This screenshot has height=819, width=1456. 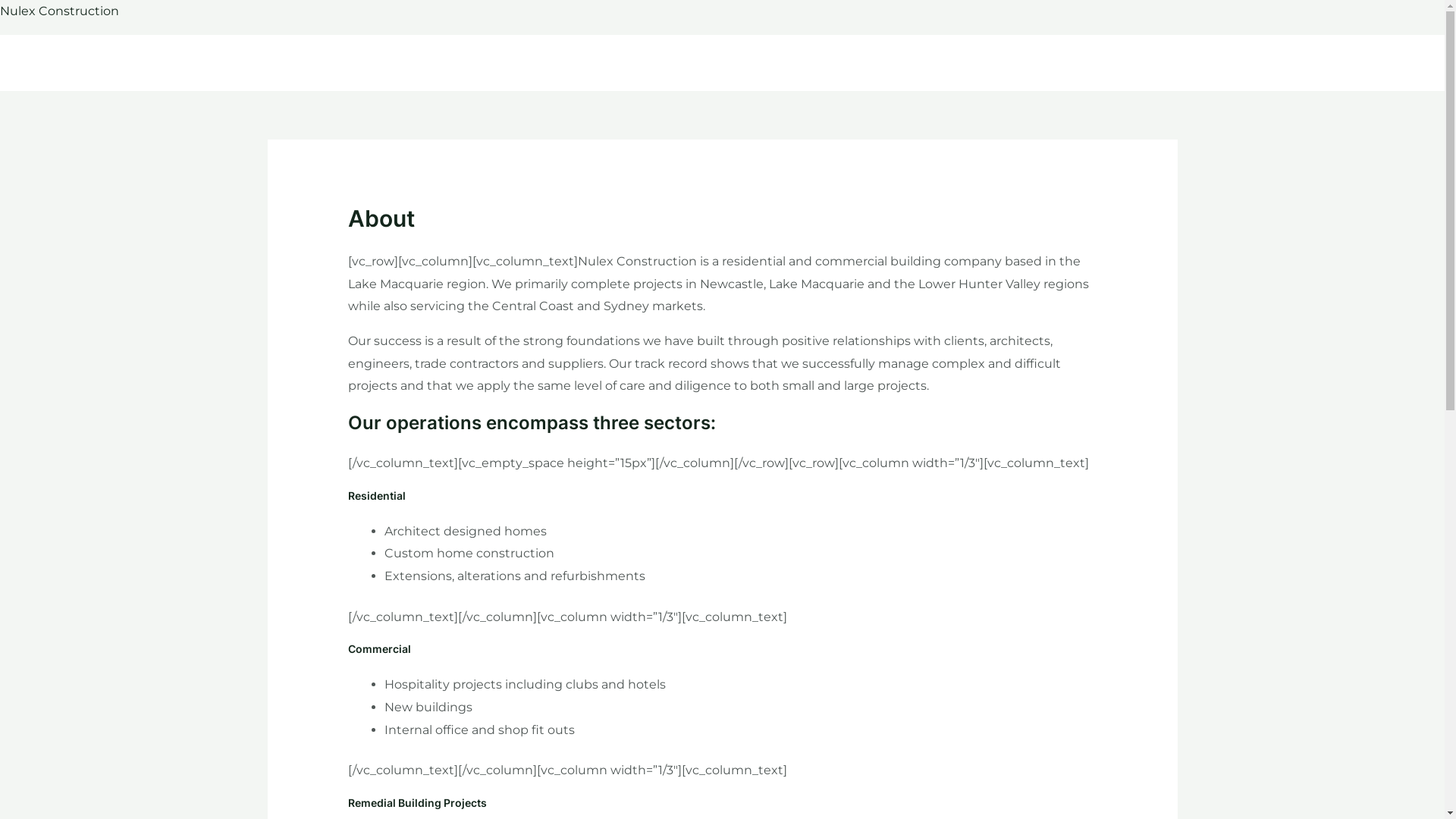 I want to click on 'Nulex Construction', so click(x=59, y=11).